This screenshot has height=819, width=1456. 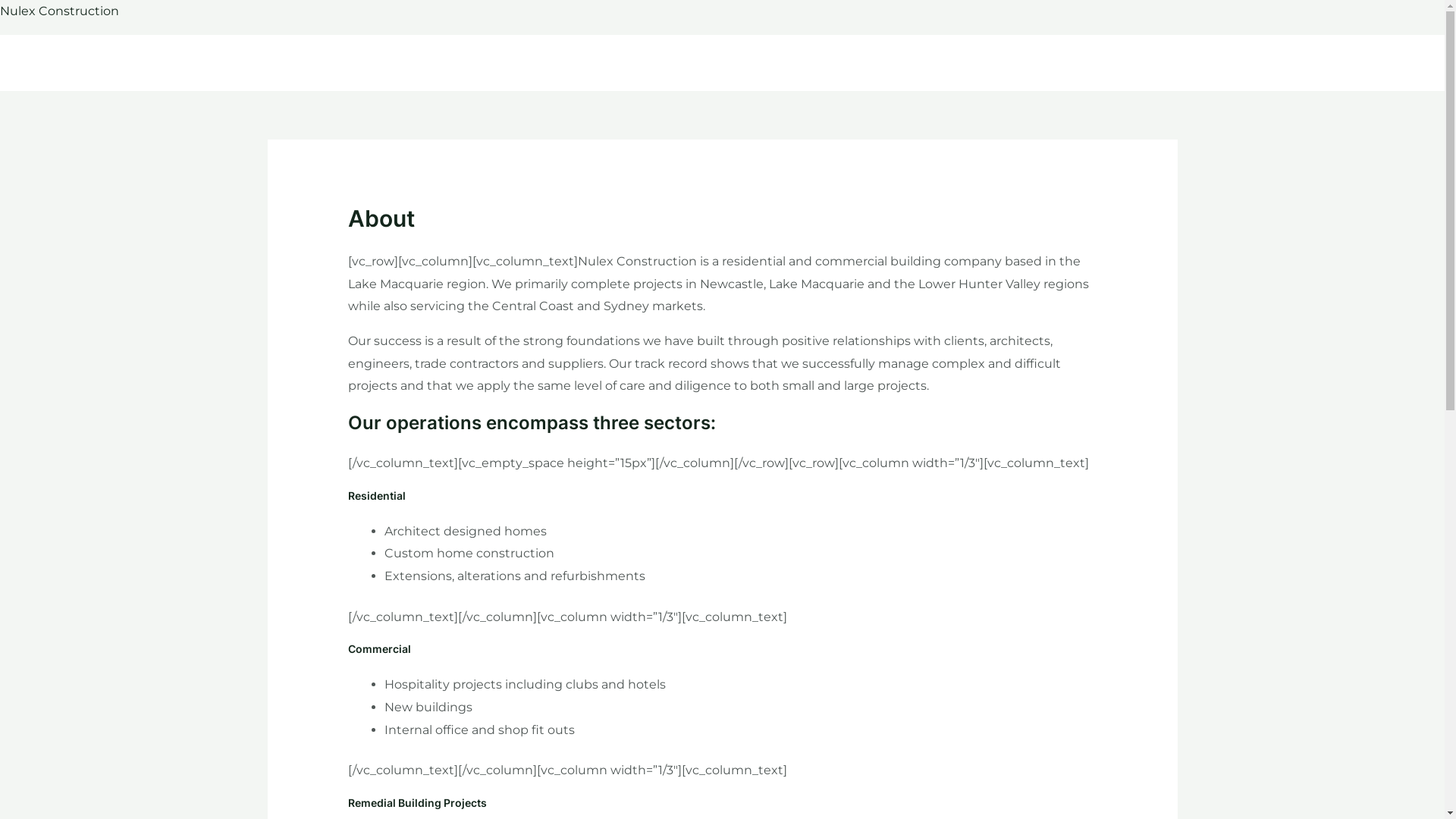 I want to click on 'Nulex Construction', so click(x=59, y=11).